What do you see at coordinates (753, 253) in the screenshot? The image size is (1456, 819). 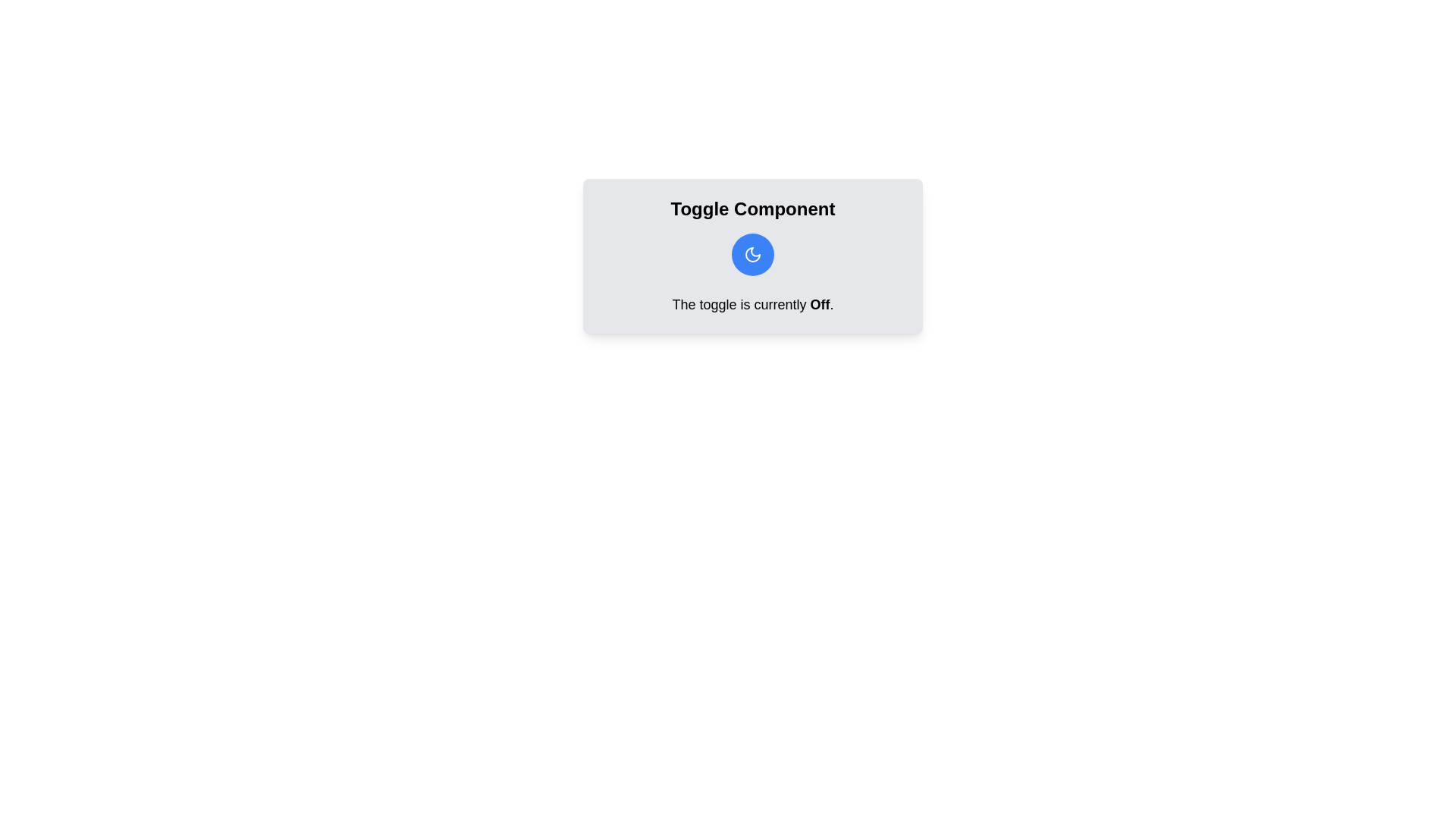 I see `toggle button to switch its state` at bounding box center [753, 253].